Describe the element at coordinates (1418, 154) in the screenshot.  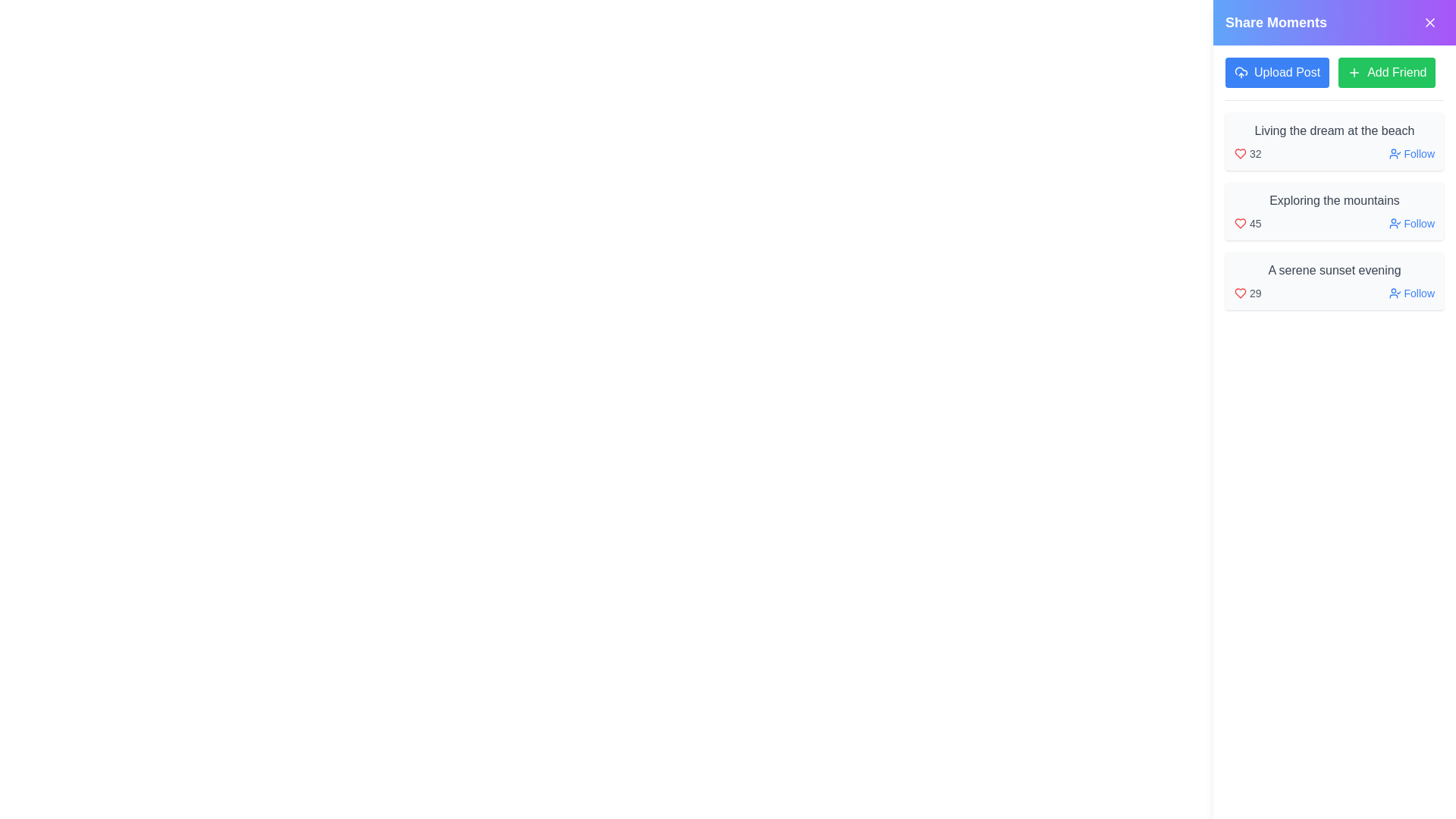
I see `the blue 'Follow' text button that is styled in bold, located beside a user icon in the 'Share Moments' section of the interface` at that location.